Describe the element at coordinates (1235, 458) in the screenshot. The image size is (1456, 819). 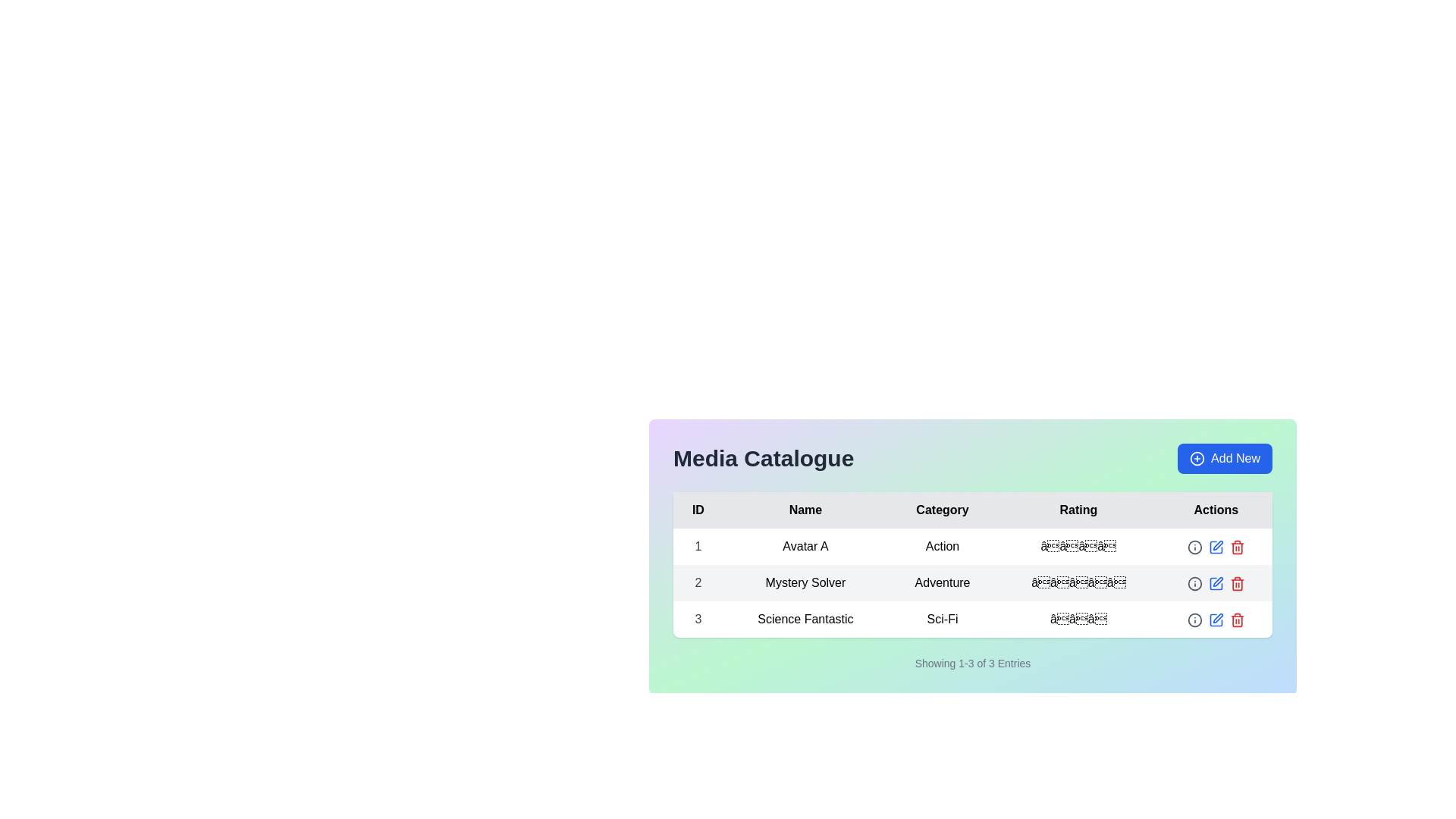
I see `the 'Add New' button located in the top-right corner of the Media Catalogue section` at that location.